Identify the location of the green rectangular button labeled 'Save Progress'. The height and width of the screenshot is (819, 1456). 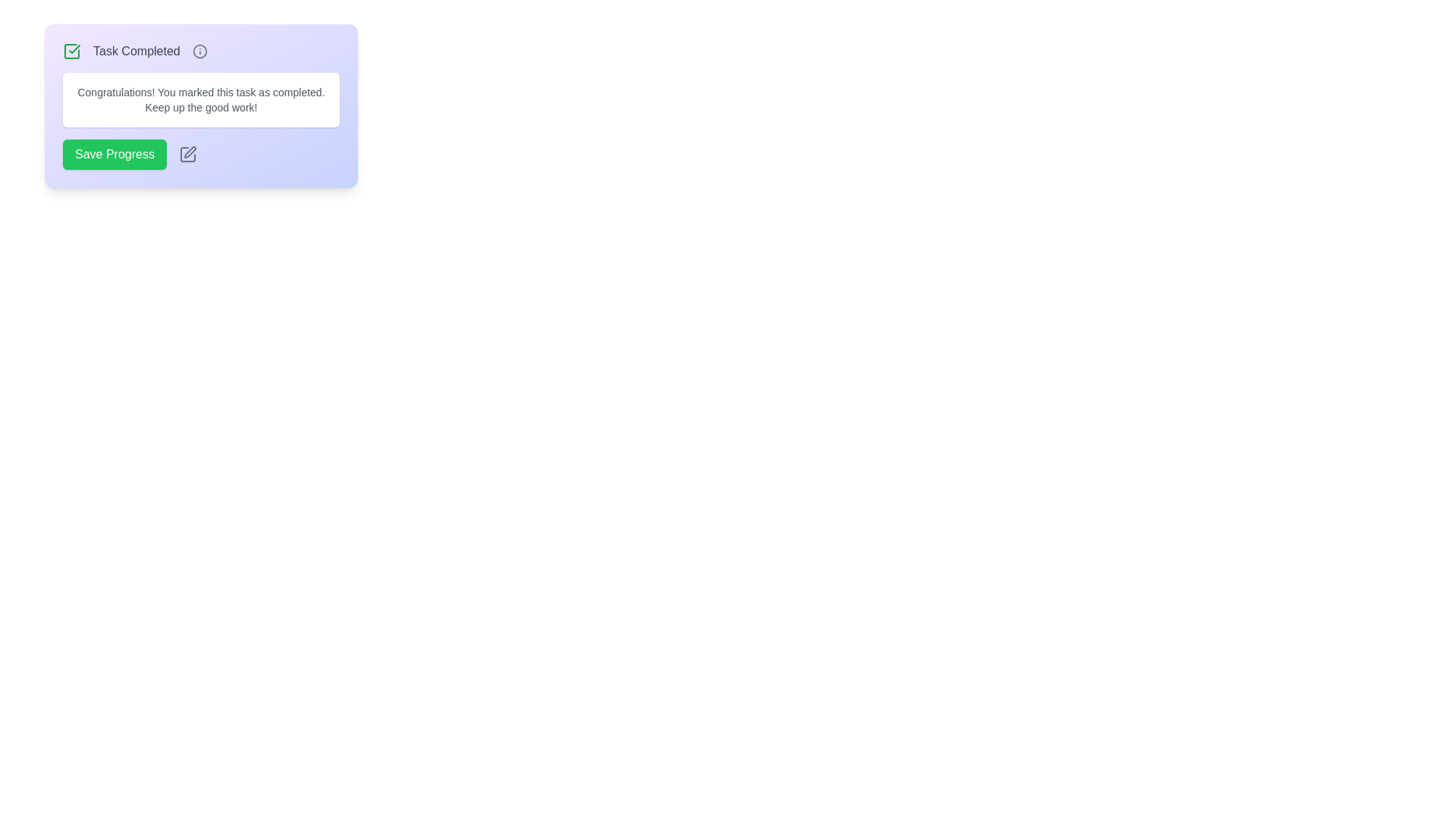
(114, 155).